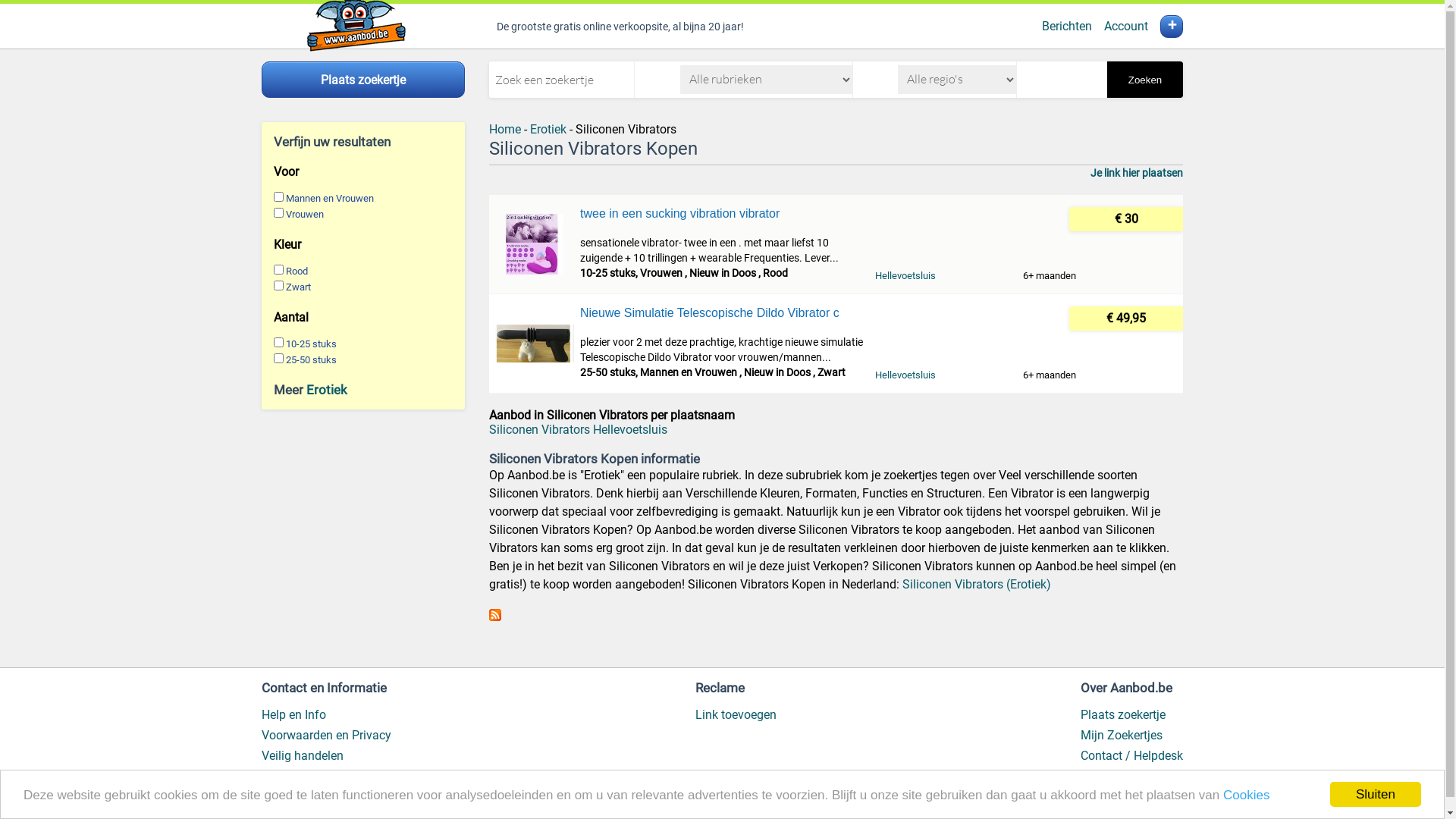  What do you see at coordinates (577, 429) in the screenshot?
I see `'Siliconen Vibrators Hellevoetsluis'` at bounding box center [577, 429].